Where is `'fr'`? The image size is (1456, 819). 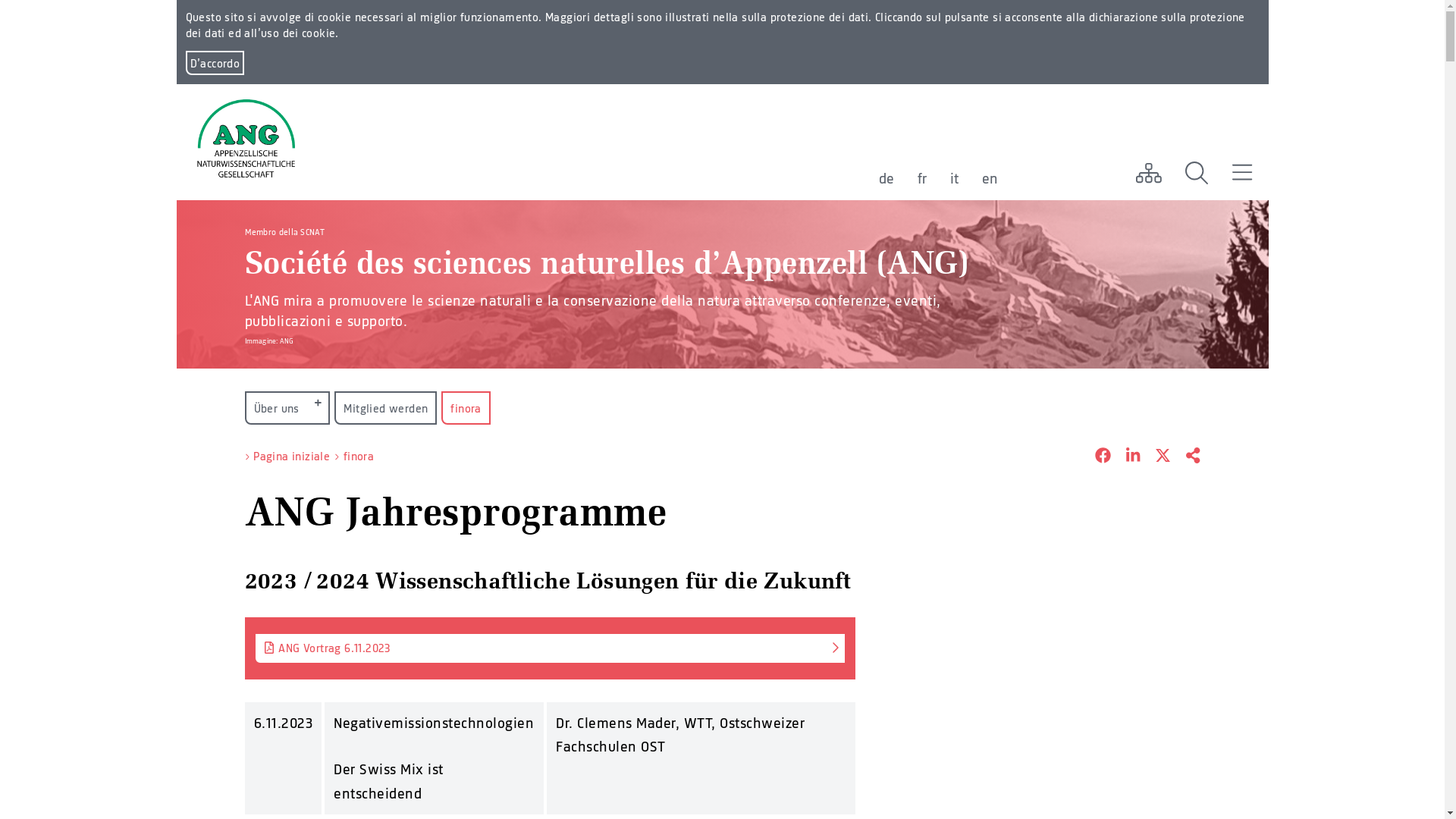 'fr' is located at coordinates (916, 177).